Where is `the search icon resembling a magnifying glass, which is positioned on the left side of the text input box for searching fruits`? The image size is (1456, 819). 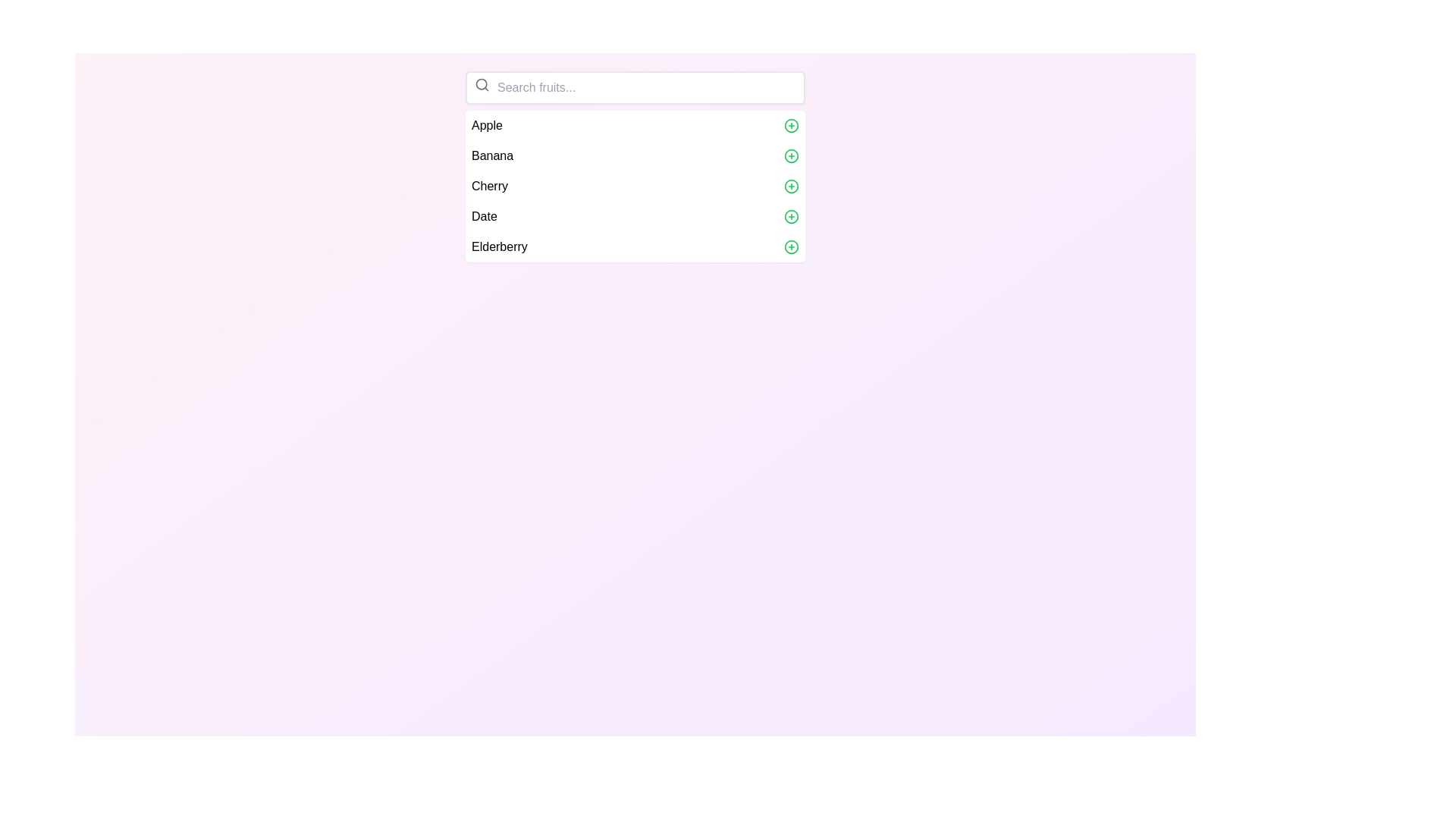
the search icon resembling a magnifying glass, which is positioned on the left side of the text input box for searching fruits is located at coordinates (481, 84).